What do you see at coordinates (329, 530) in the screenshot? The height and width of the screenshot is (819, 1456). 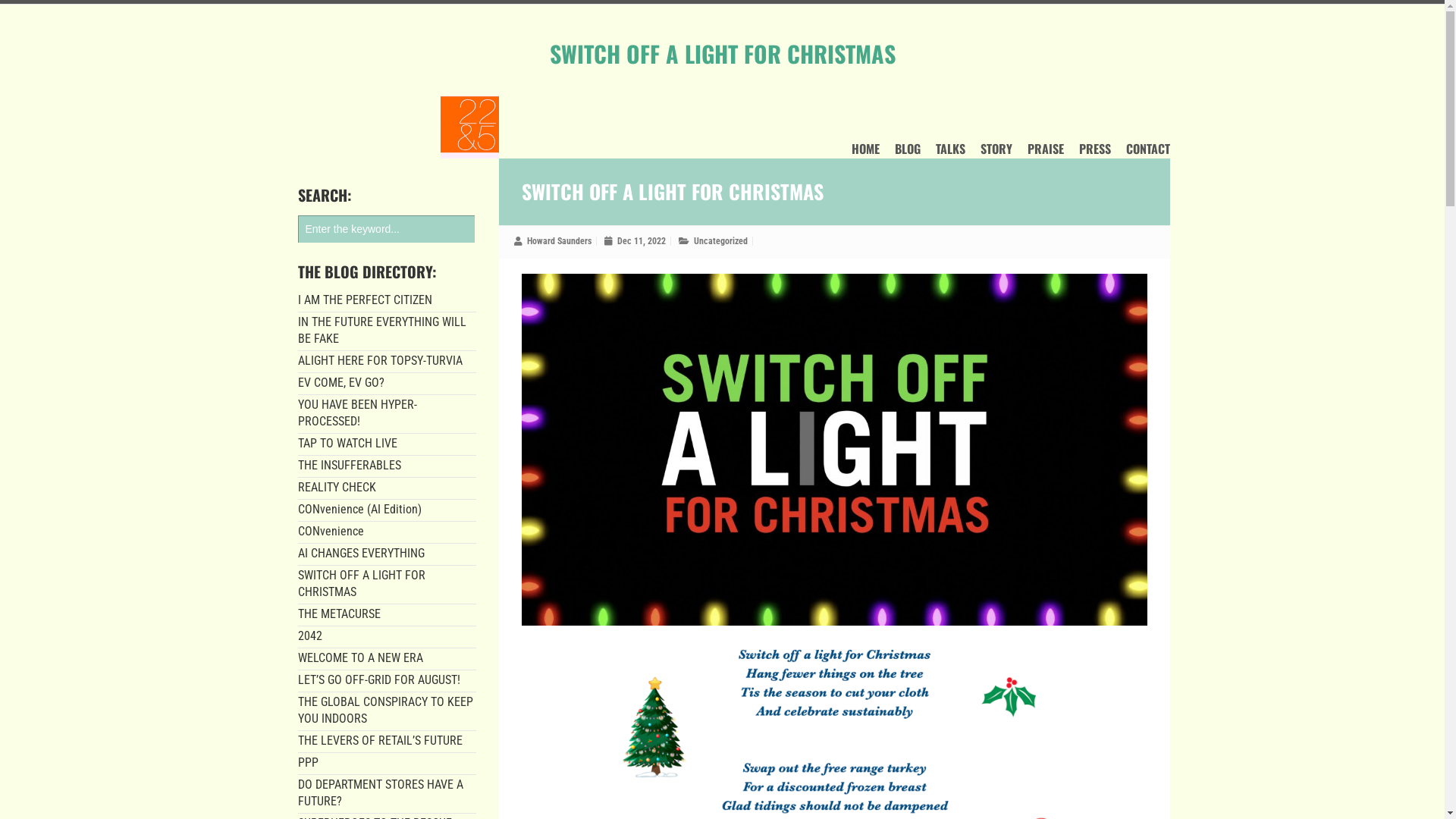 I see `'CONvenience'` at bounding box center [329, 530].